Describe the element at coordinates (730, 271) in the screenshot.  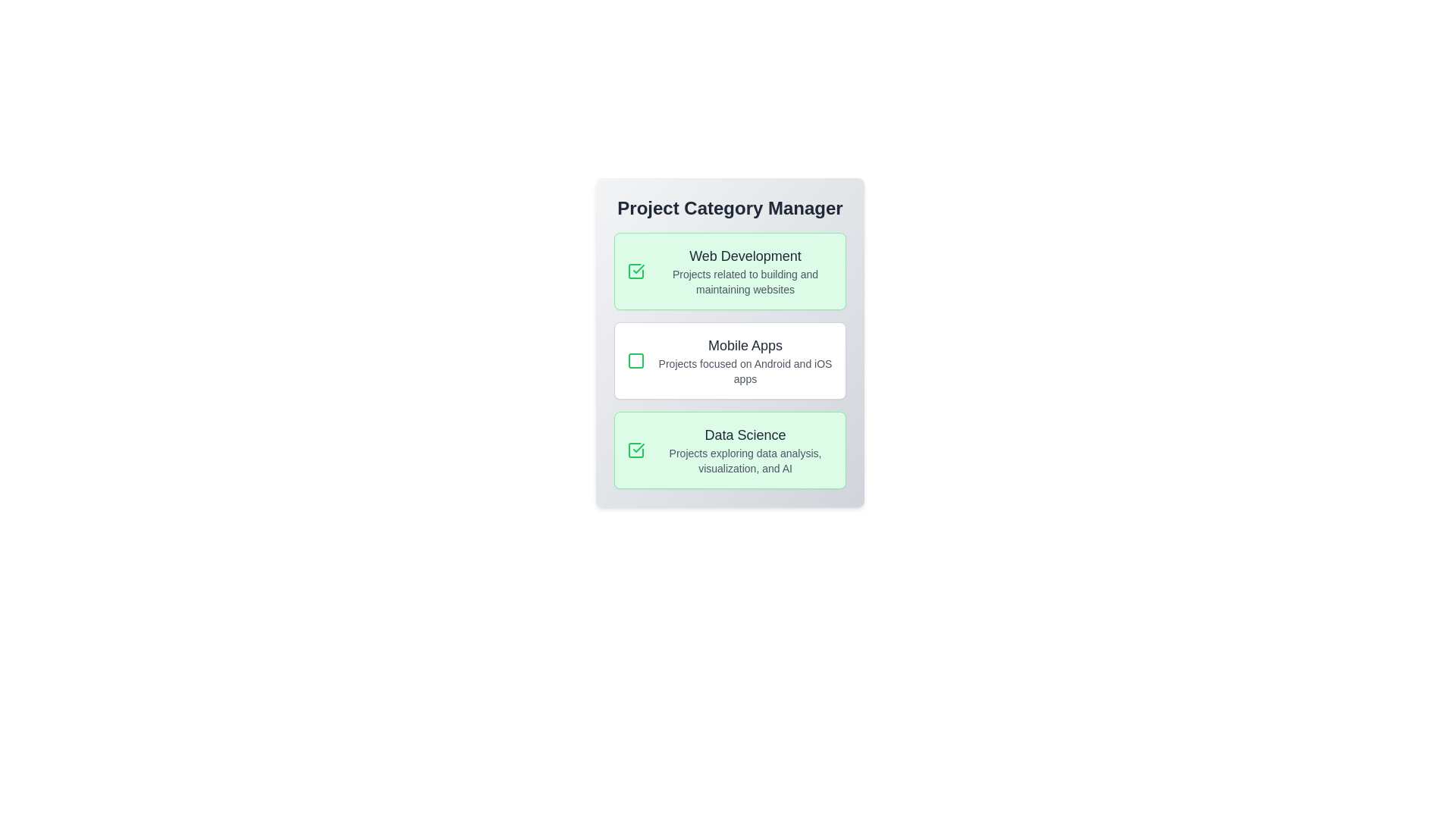
I see `the 'Web Development' category card in the Project Category Manager` at that location.